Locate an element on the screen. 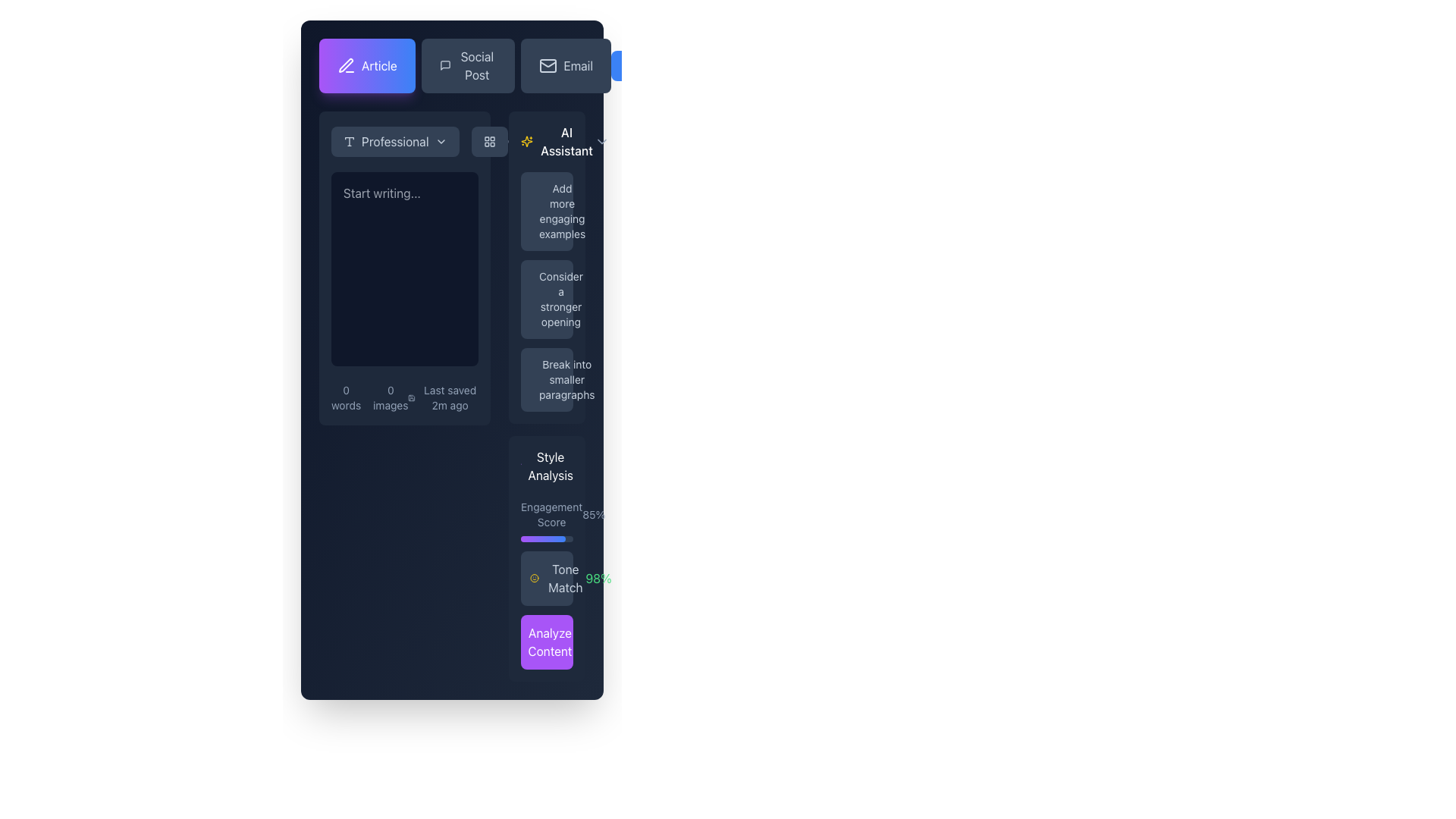 This screenshot has height=819, width=1456. the progress bar, which is a horizontally elongated rectangle with a gradient from purple to blue, located in the bottom-right quadrant of the interface near the 'Engagement Score' text is located at coordinates (543, 538).